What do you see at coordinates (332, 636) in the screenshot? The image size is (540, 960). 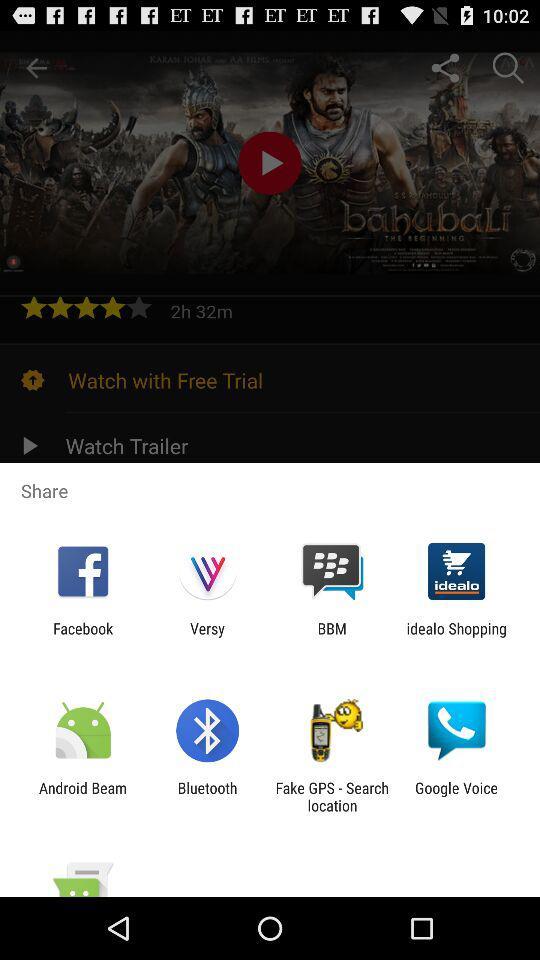 I see `the app next to versy icon` at bounding box center [332, 636].